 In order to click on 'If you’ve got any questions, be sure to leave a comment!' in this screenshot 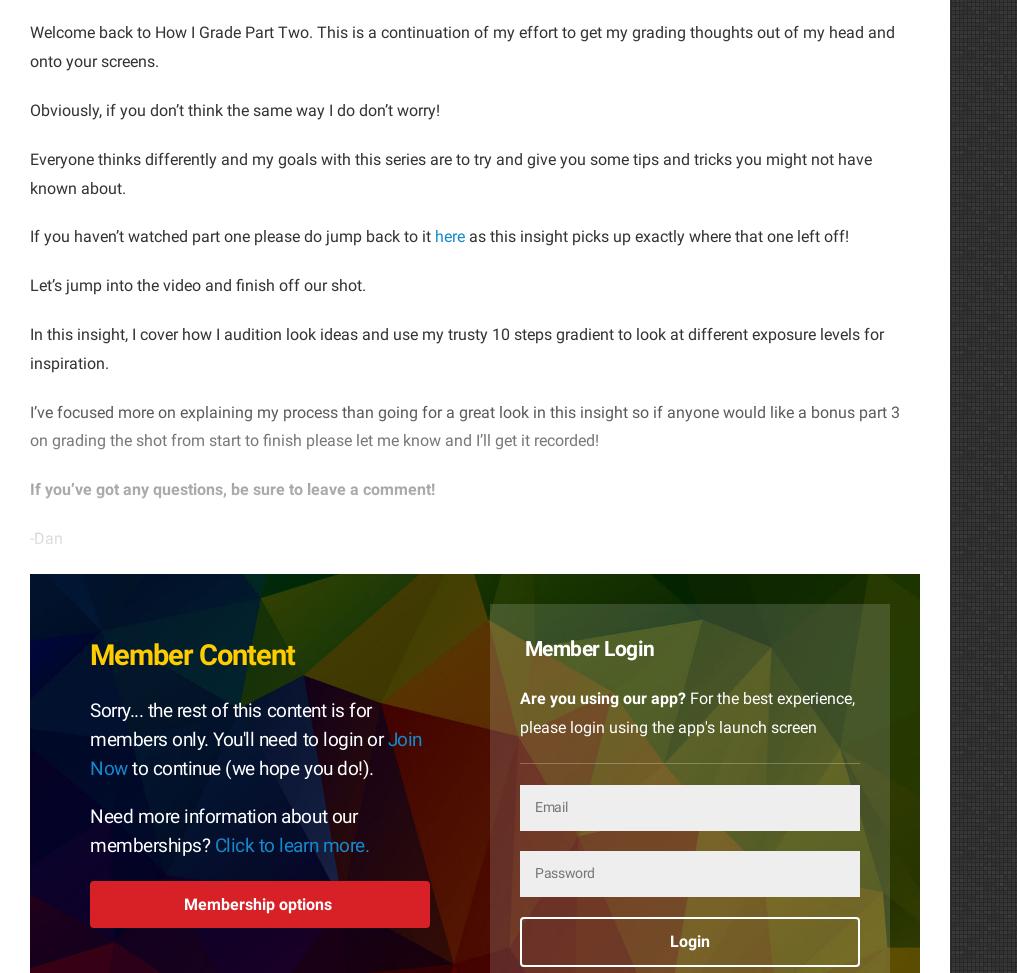, I will do `click(231, 488)`.